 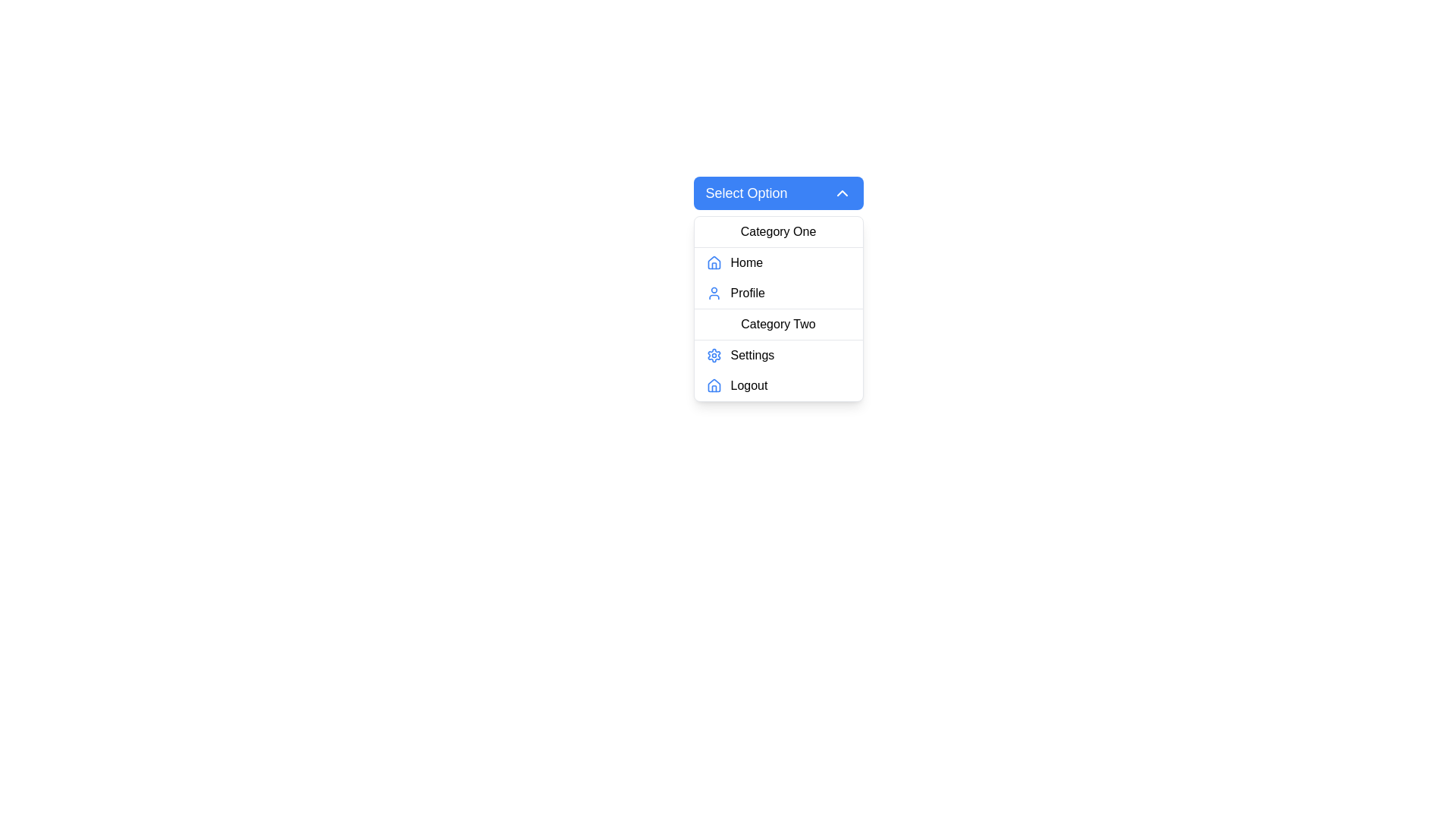 What do you see at coordinates (778, 232) in the screenshot?
I see `the text label 'Category One' in the dropdown menu, which is the topmost item below the 'Select Option' title bar` at bounding box center [778, 232].